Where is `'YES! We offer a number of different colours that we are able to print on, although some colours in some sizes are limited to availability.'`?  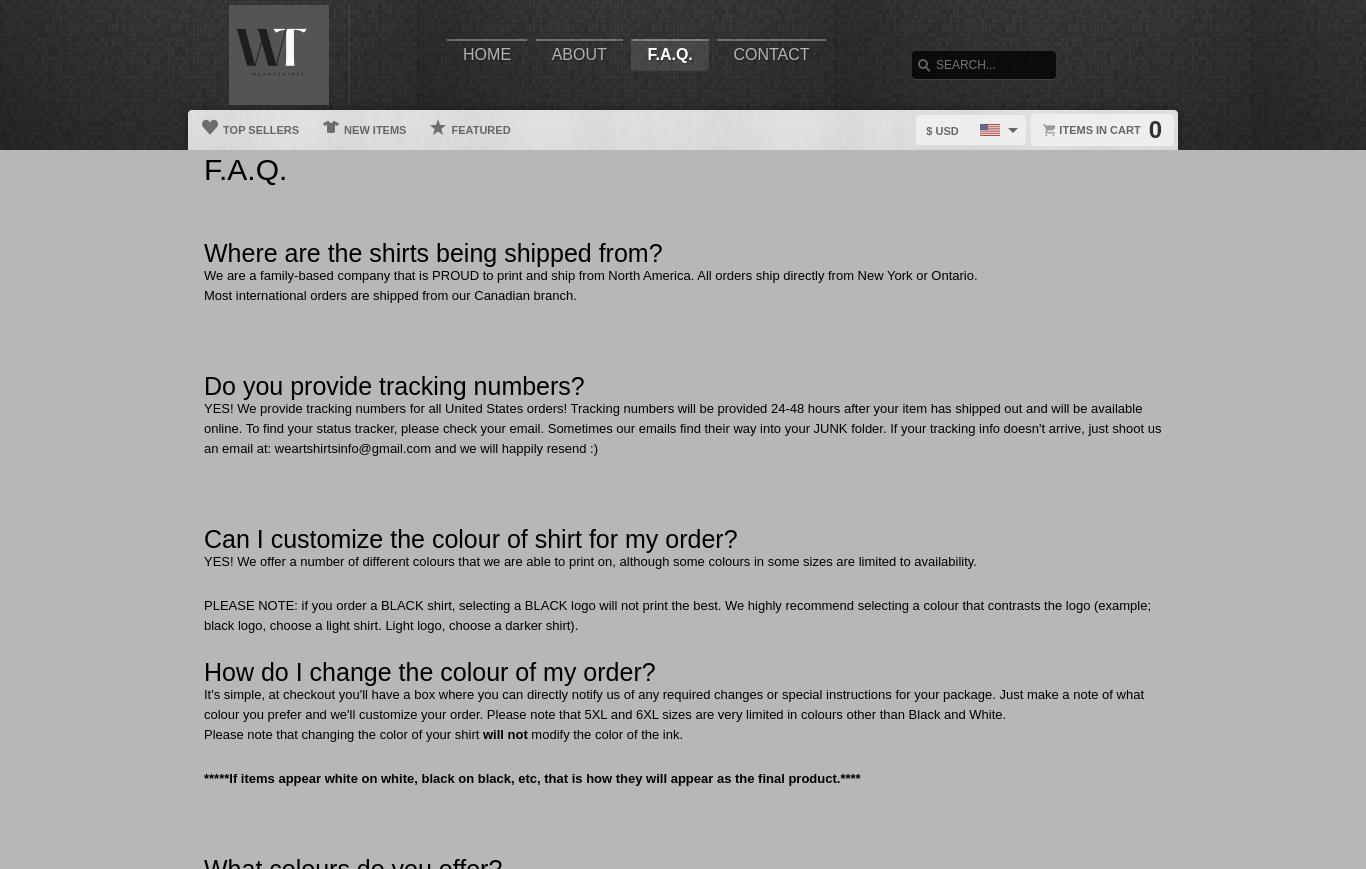
'YES! We offer a number of different colours that we are able to print on, although some colours in some sizes are limited to availability.' is located at coordinates (588, 561).